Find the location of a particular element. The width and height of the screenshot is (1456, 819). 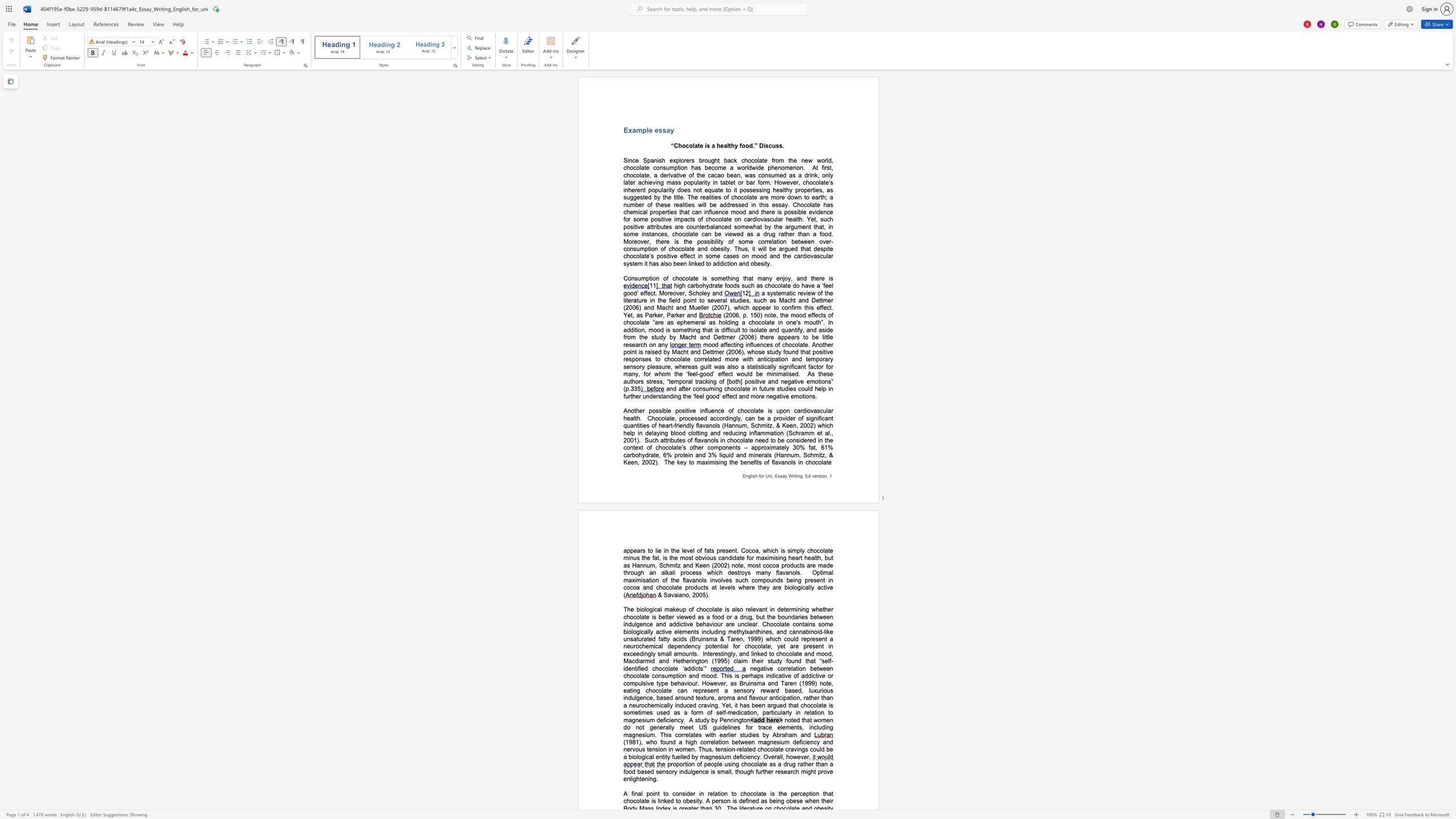

the subset text "ngto" within the text "A study by Pennington" is located at coordinates (735, 720).